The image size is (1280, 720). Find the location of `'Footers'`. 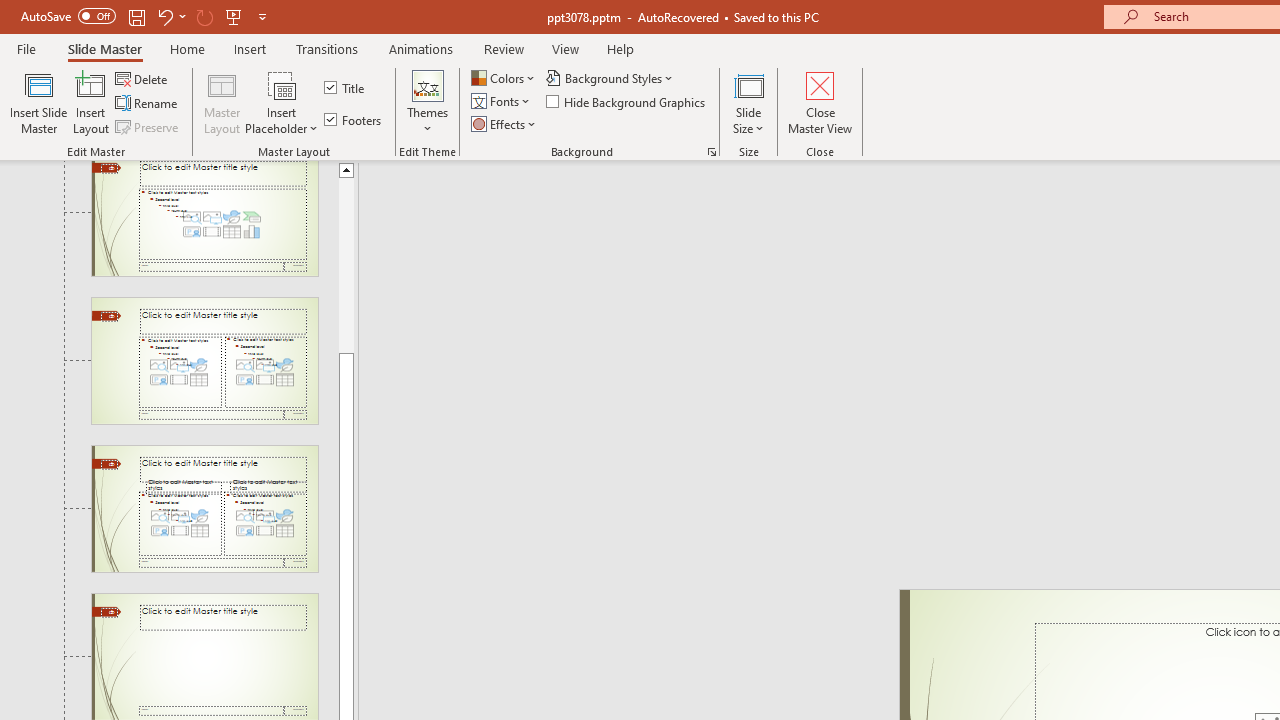

'Footers' is located at coordinates (354, 119).